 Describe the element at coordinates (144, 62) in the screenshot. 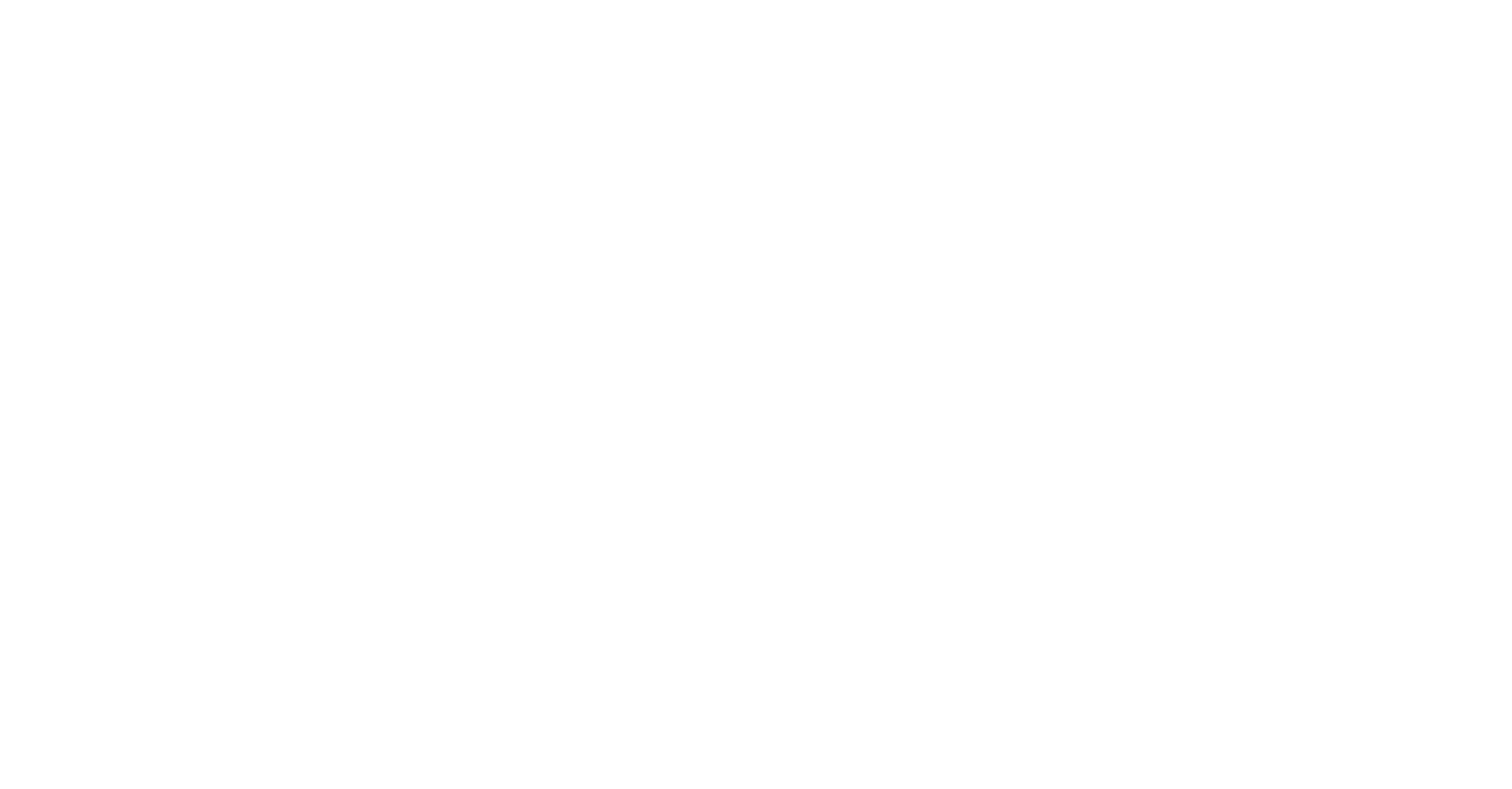

I see `'Technologiepolitisch bedeutsame Veranstaltungen'` at that location.